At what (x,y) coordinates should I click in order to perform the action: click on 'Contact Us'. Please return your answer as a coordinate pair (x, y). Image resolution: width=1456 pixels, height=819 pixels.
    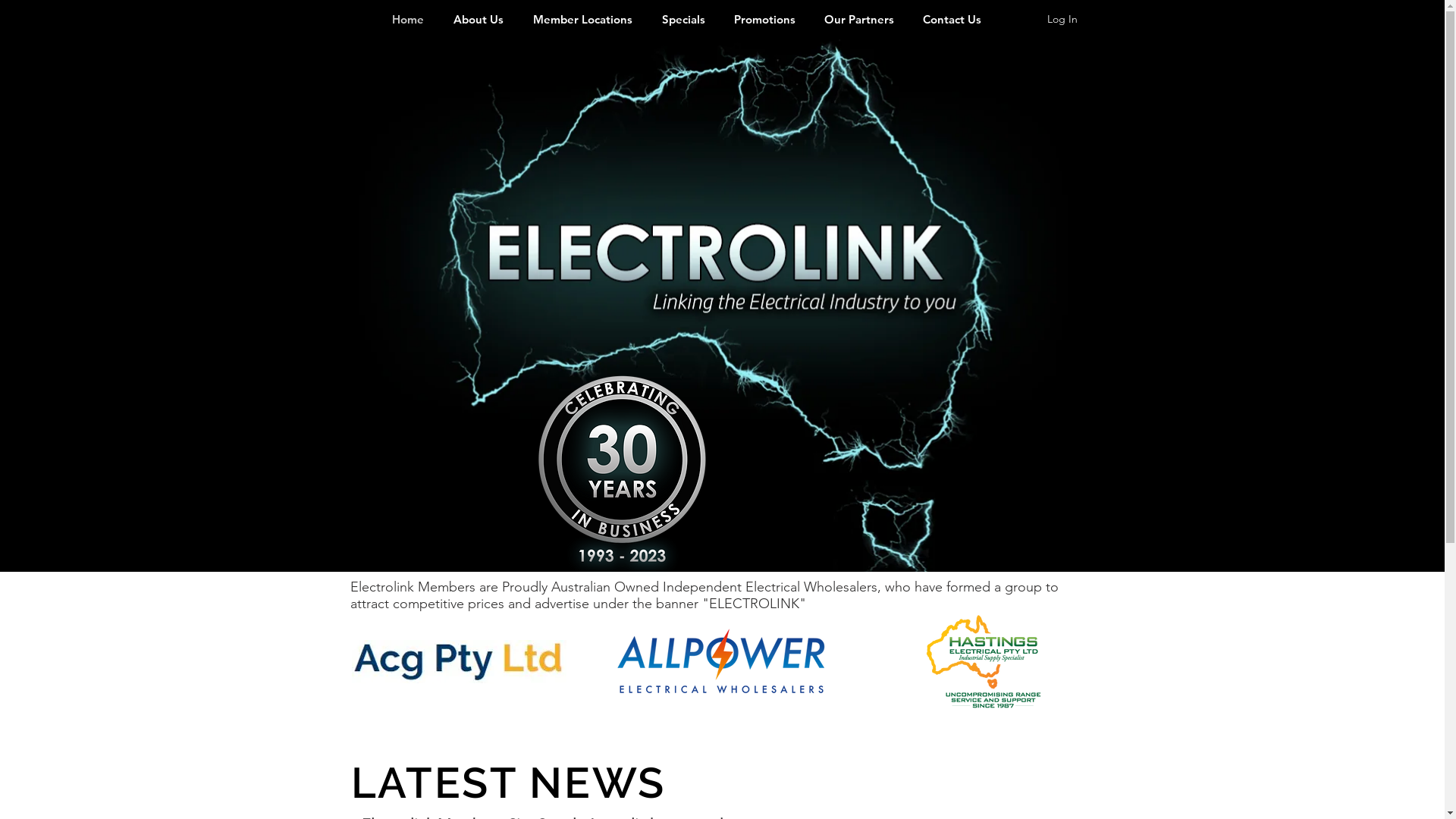
    Looking at the image, I should click on (951, 19).